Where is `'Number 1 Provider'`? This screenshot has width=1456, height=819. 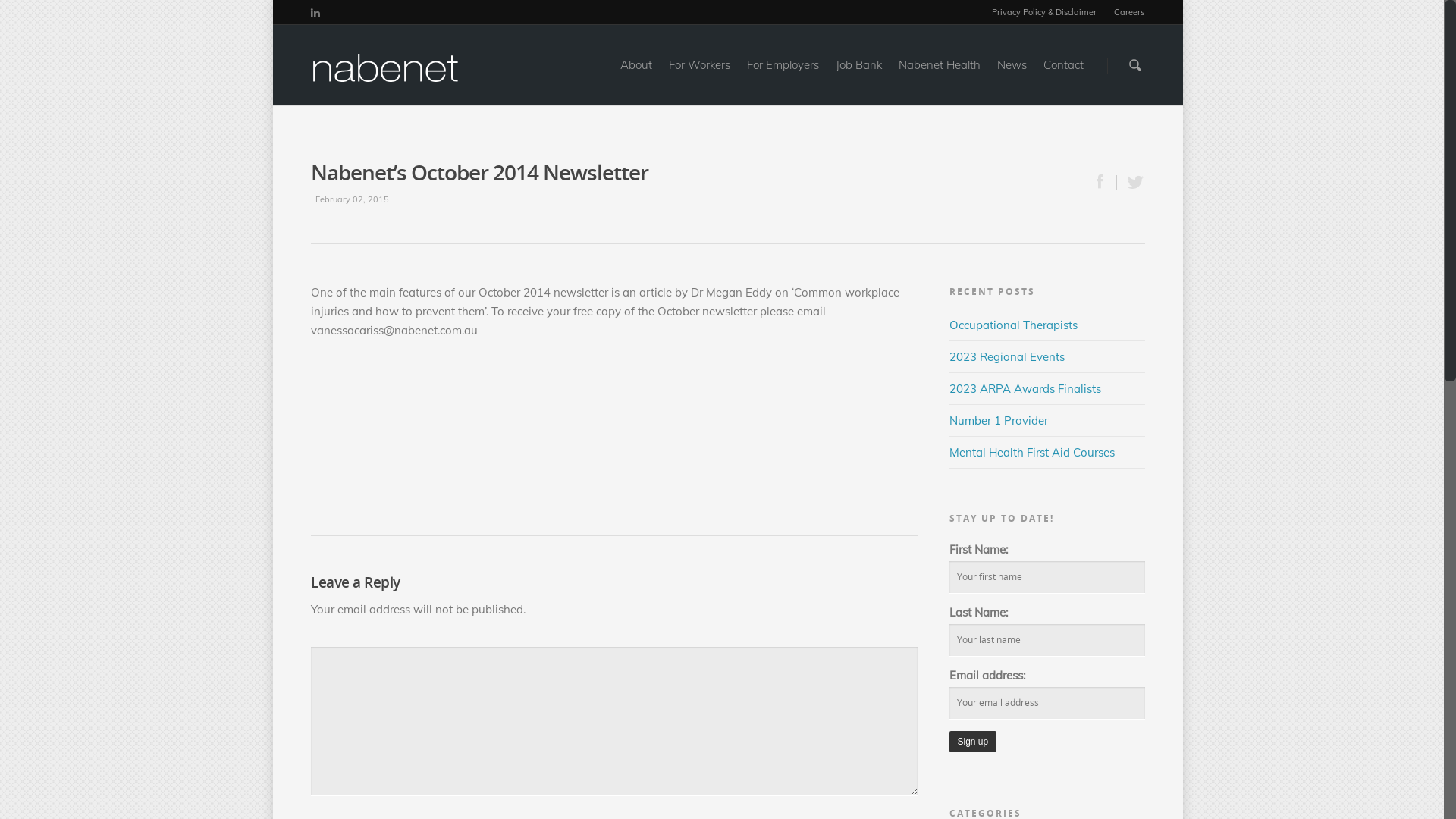
'Number 1 Provider' is located at coordinates (998, 419).